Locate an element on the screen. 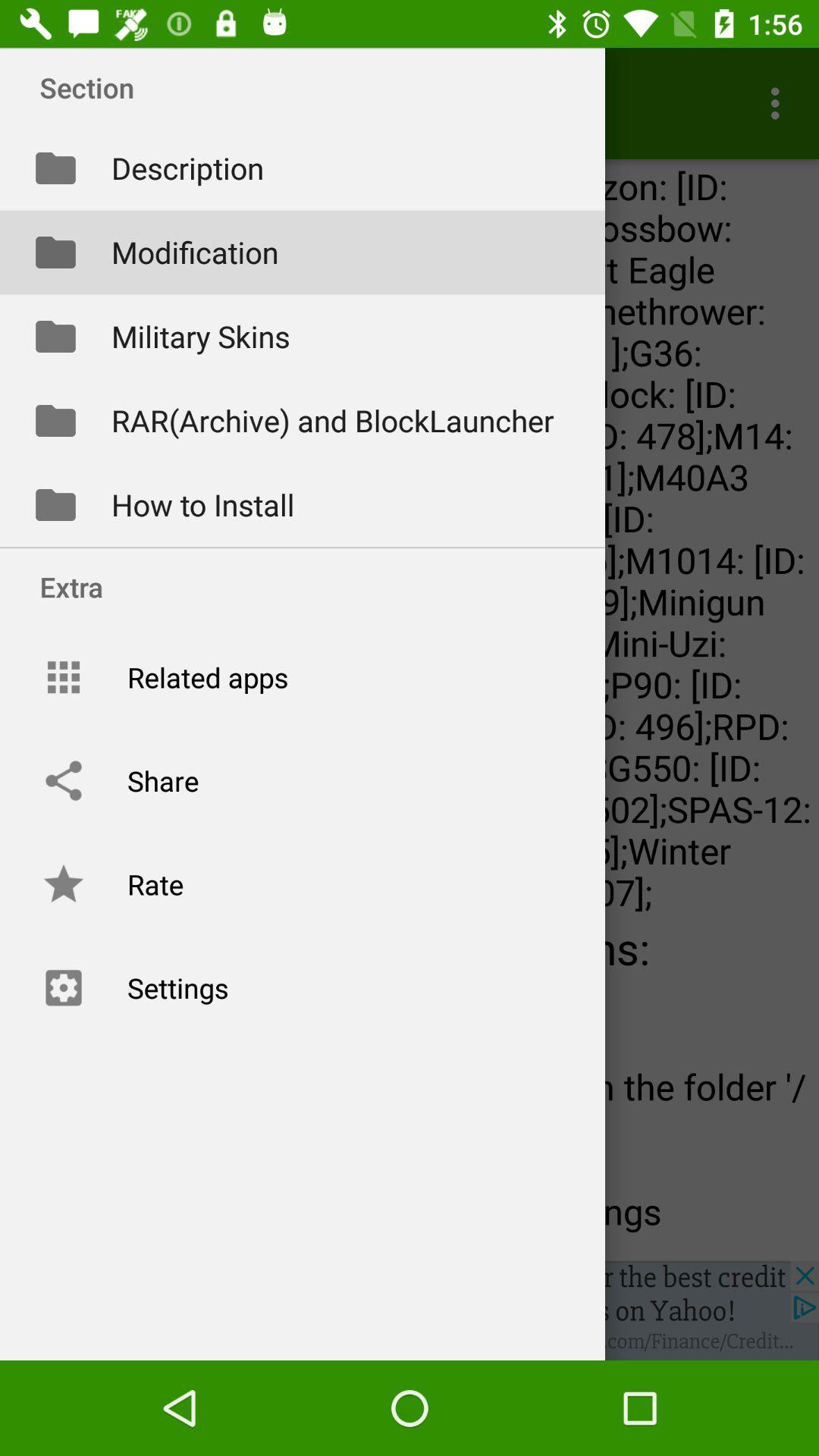 The width and height of the screenshot is (819, 1456). description which is below section on the page is located at coordinates (302, 168).